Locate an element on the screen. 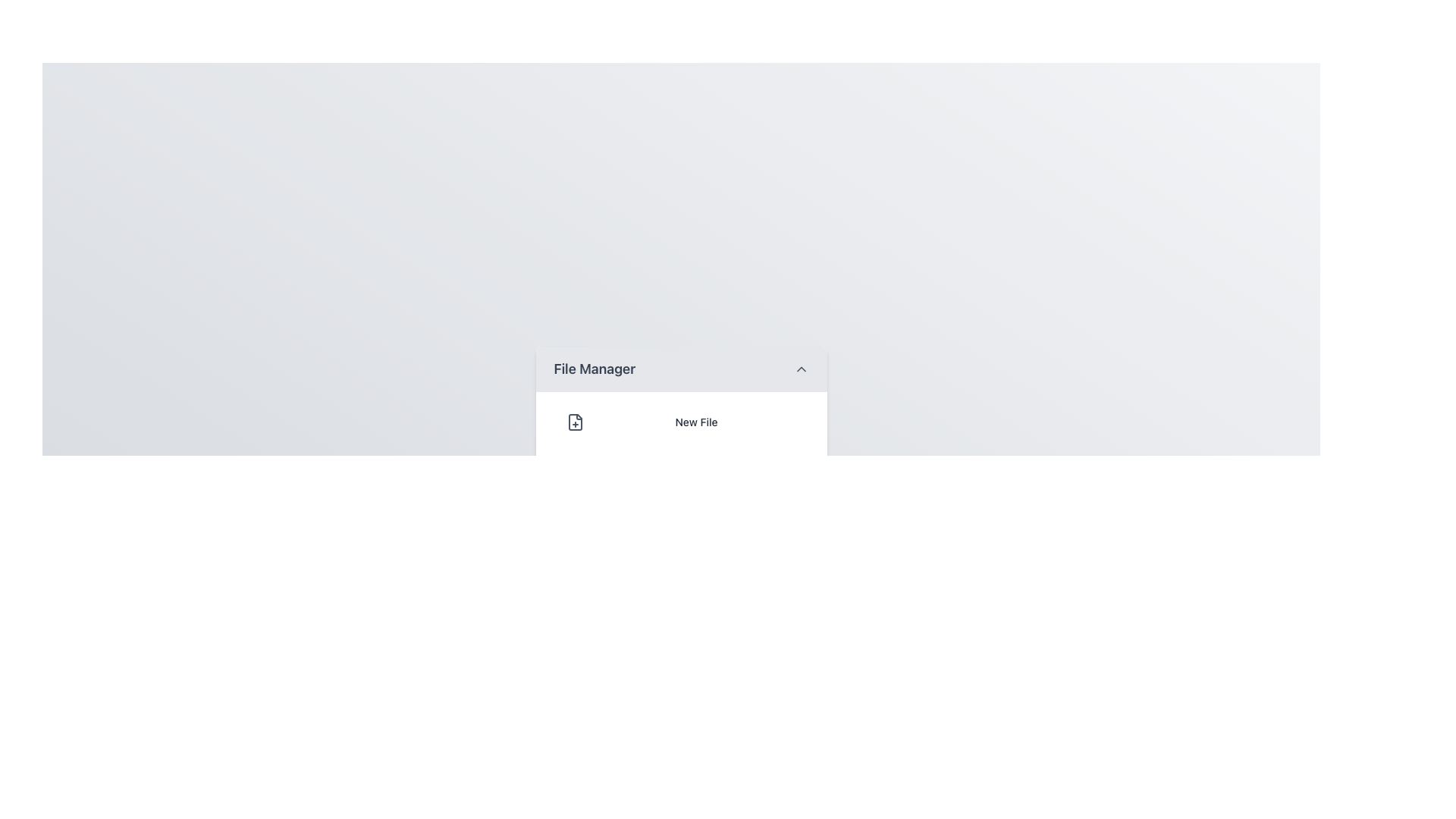 Image resolution: width=1456 pixels, height=819 pixels. the first interactive list item labeled 'New File' in the 'File Manager' section to possibly reveal additional information is located at coordinates (680, 422).